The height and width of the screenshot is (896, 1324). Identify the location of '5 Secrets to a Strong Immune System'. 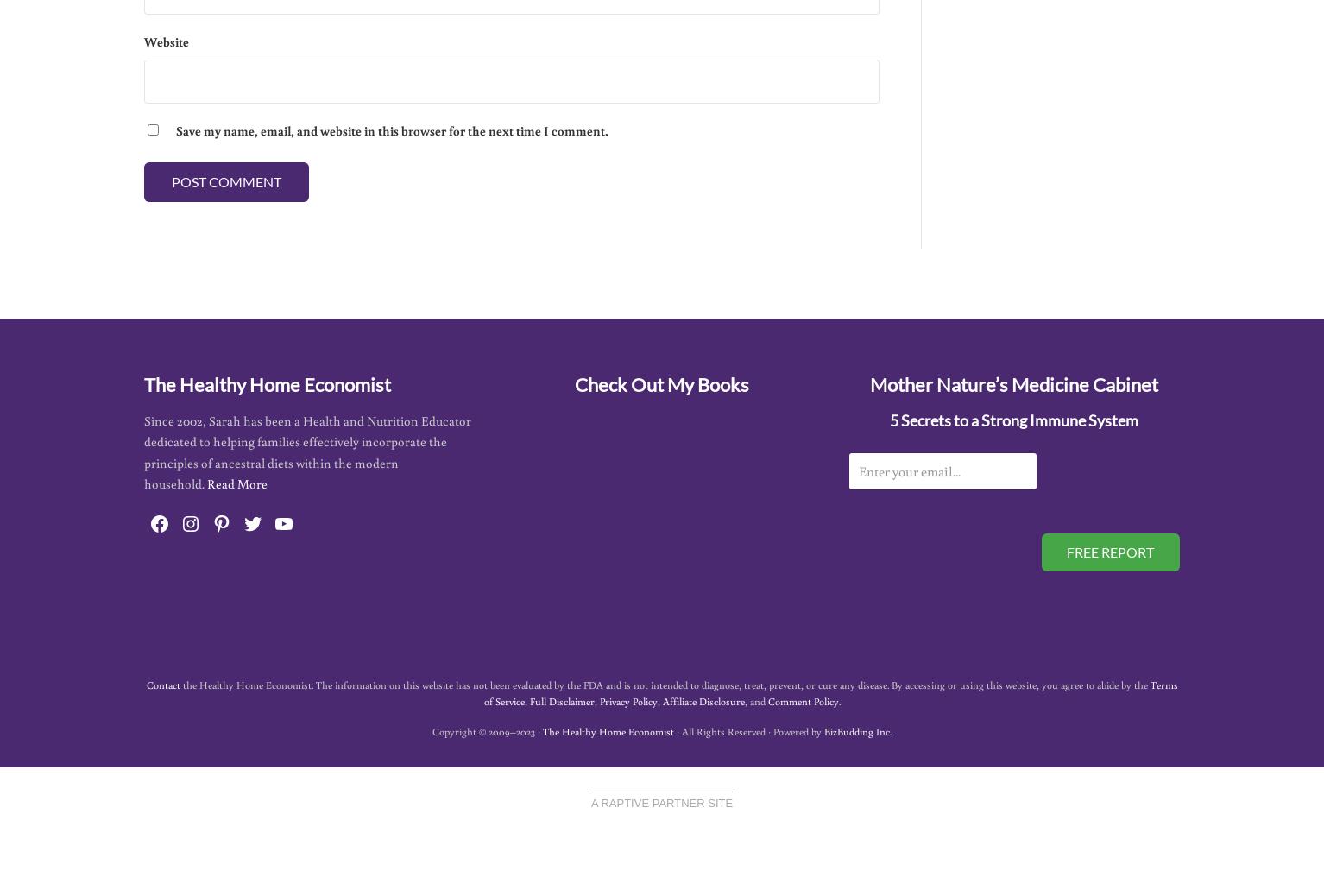
(888, 419).